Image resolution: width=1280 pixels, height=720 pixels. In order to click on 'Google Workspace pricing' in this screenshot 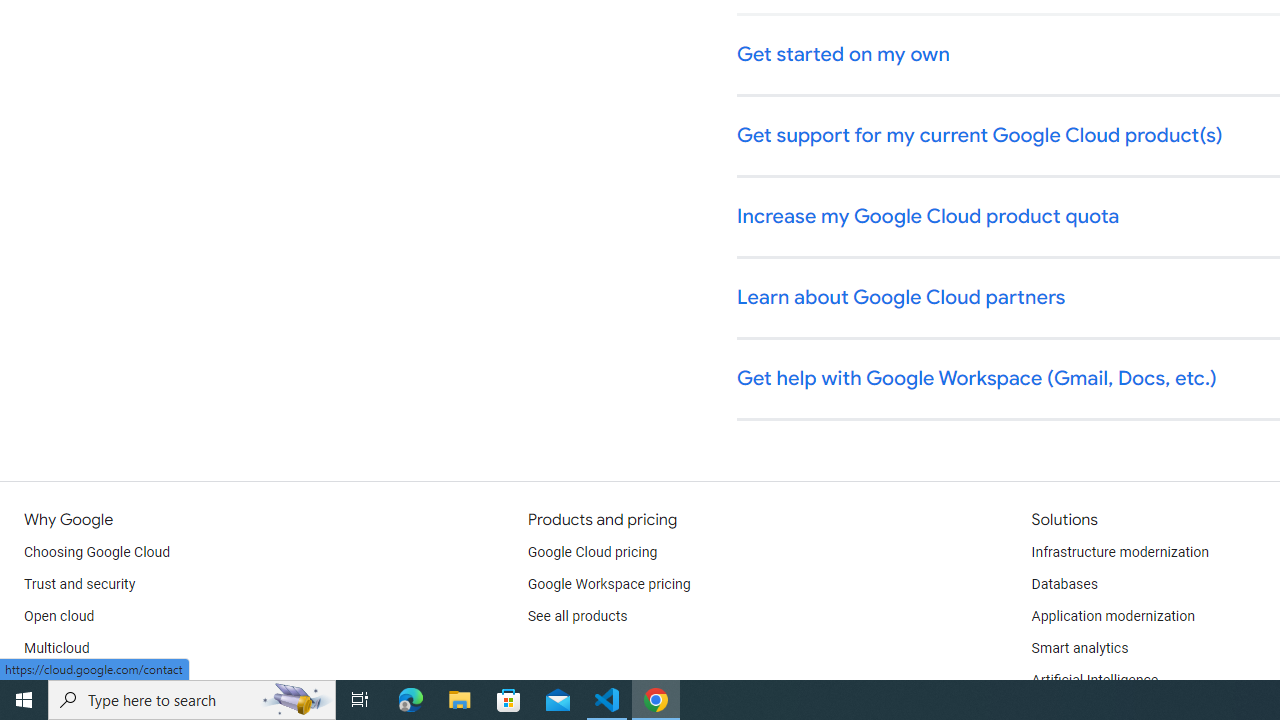, I will do `click(608, 585)`.